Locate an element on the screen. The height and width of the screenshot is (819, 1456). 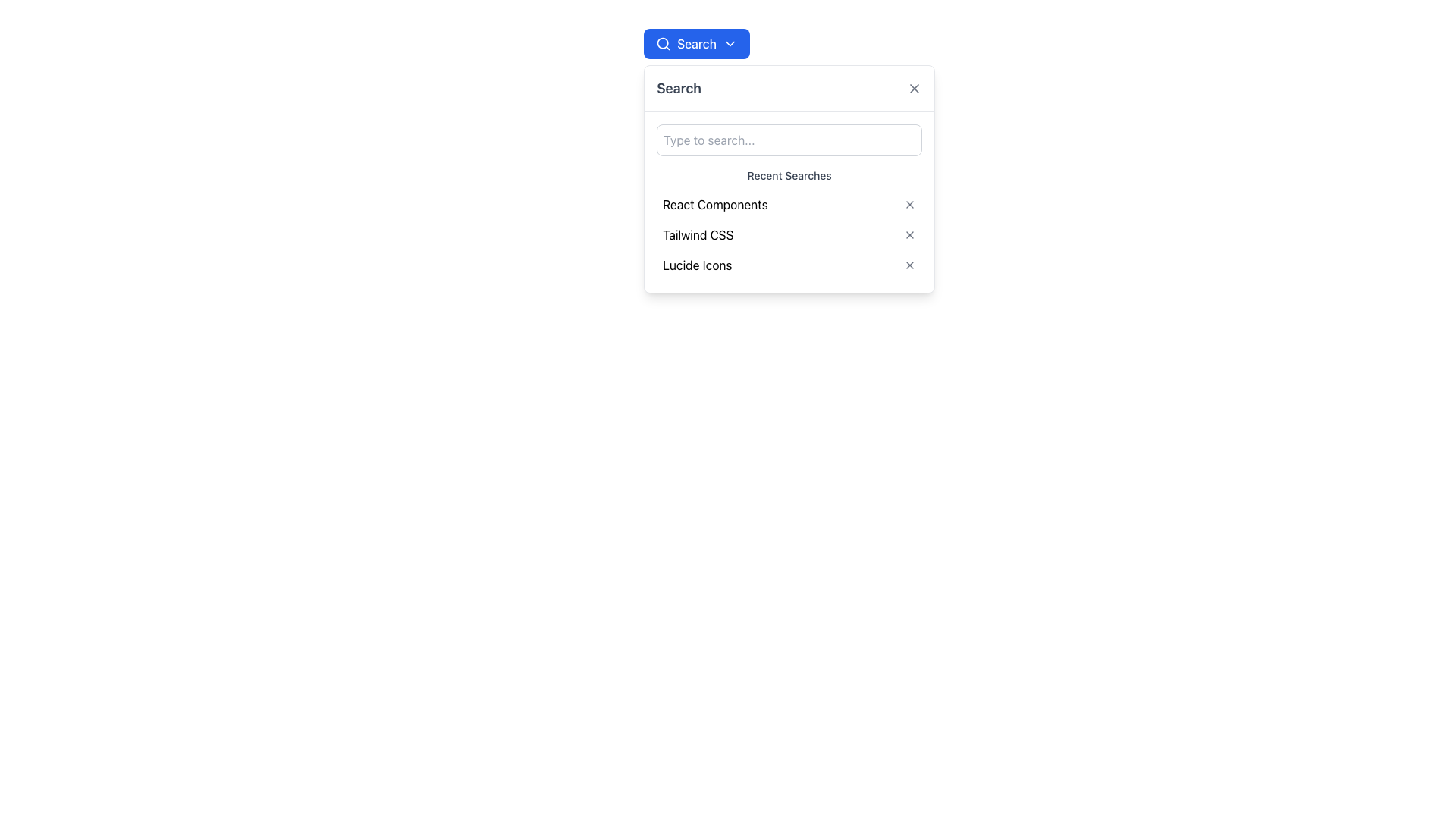
the close icon button located at the top-right corner of the search modal header is located at coordinates (914, 88).